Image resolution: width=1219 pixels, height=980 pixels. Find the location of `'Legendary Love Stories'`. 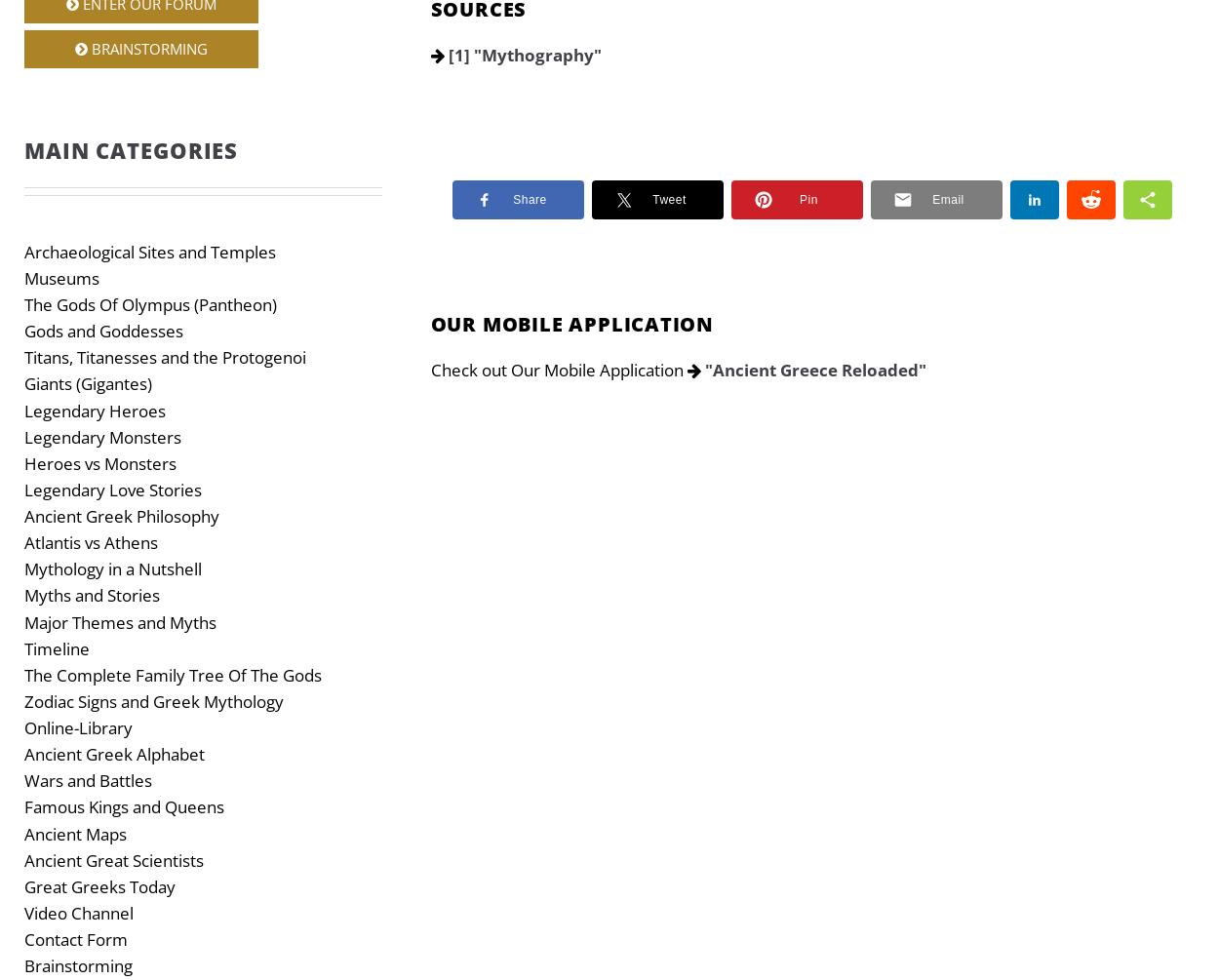

'Legendary Love Stories' is located at coordinates (24, 489).